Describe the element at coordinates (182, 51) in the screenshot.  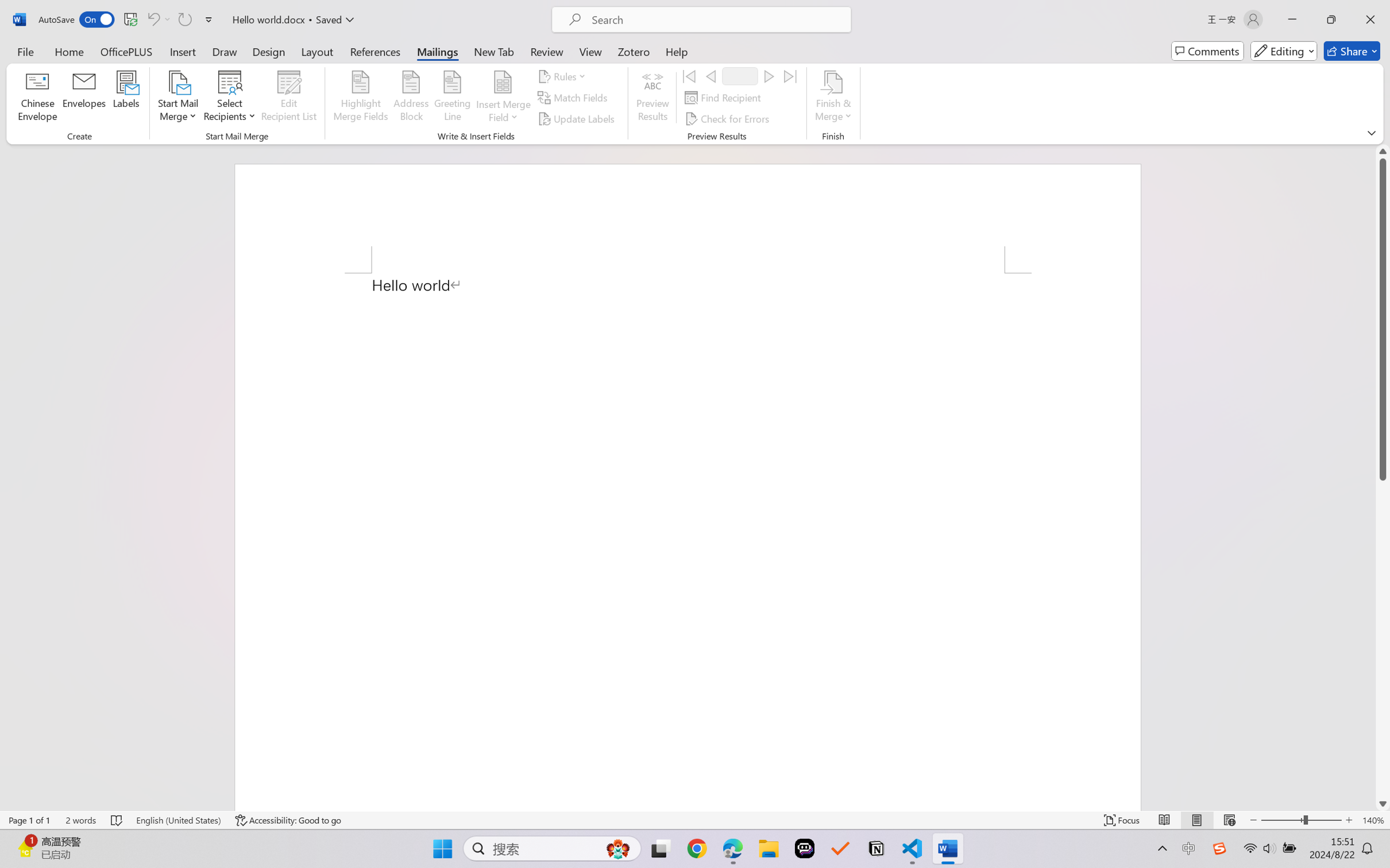
I see `'Insert'` at that location.